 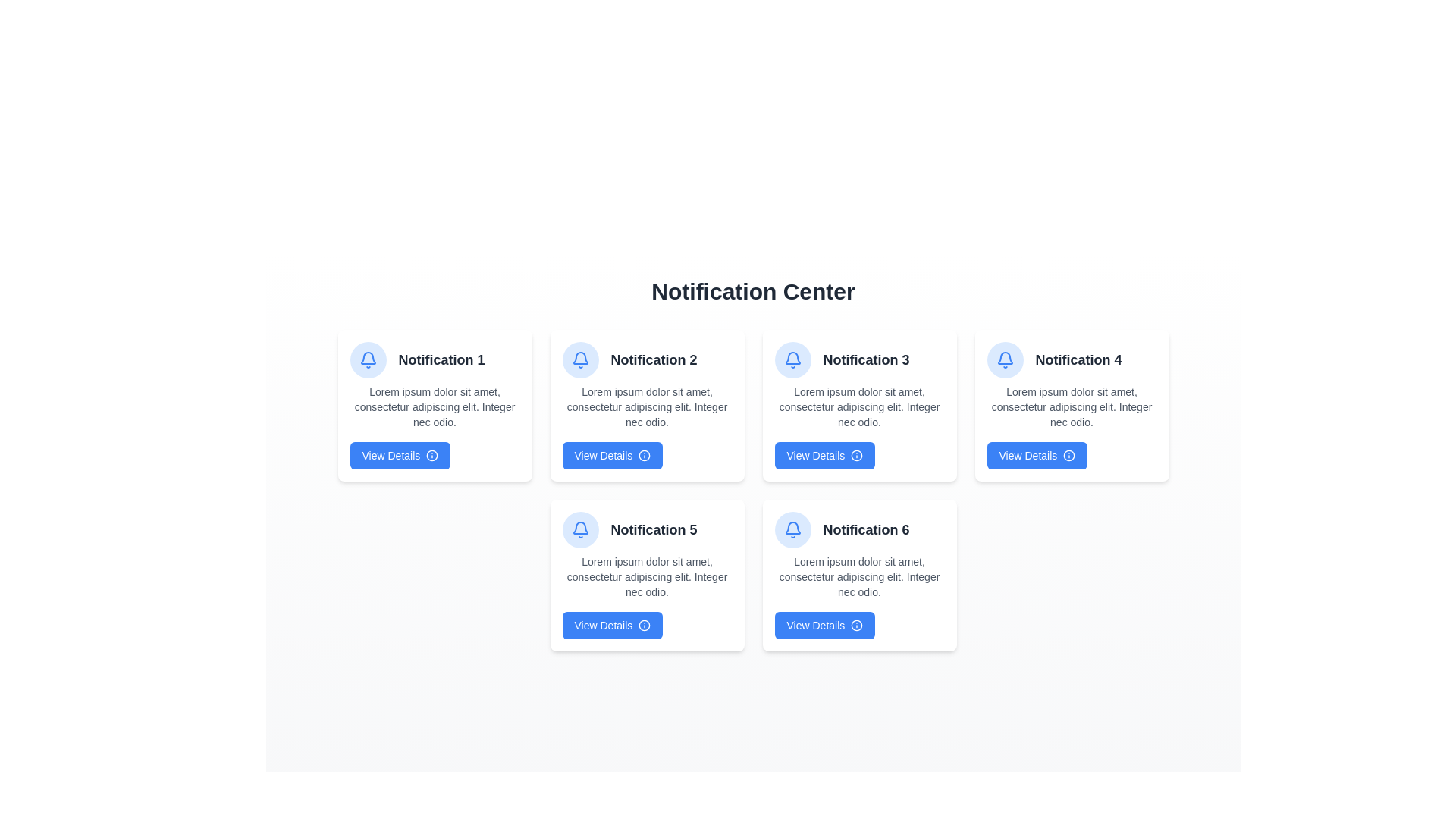 I want to click on the 'View Details' button located in the sixth notification card, so click(x=824, y=626).